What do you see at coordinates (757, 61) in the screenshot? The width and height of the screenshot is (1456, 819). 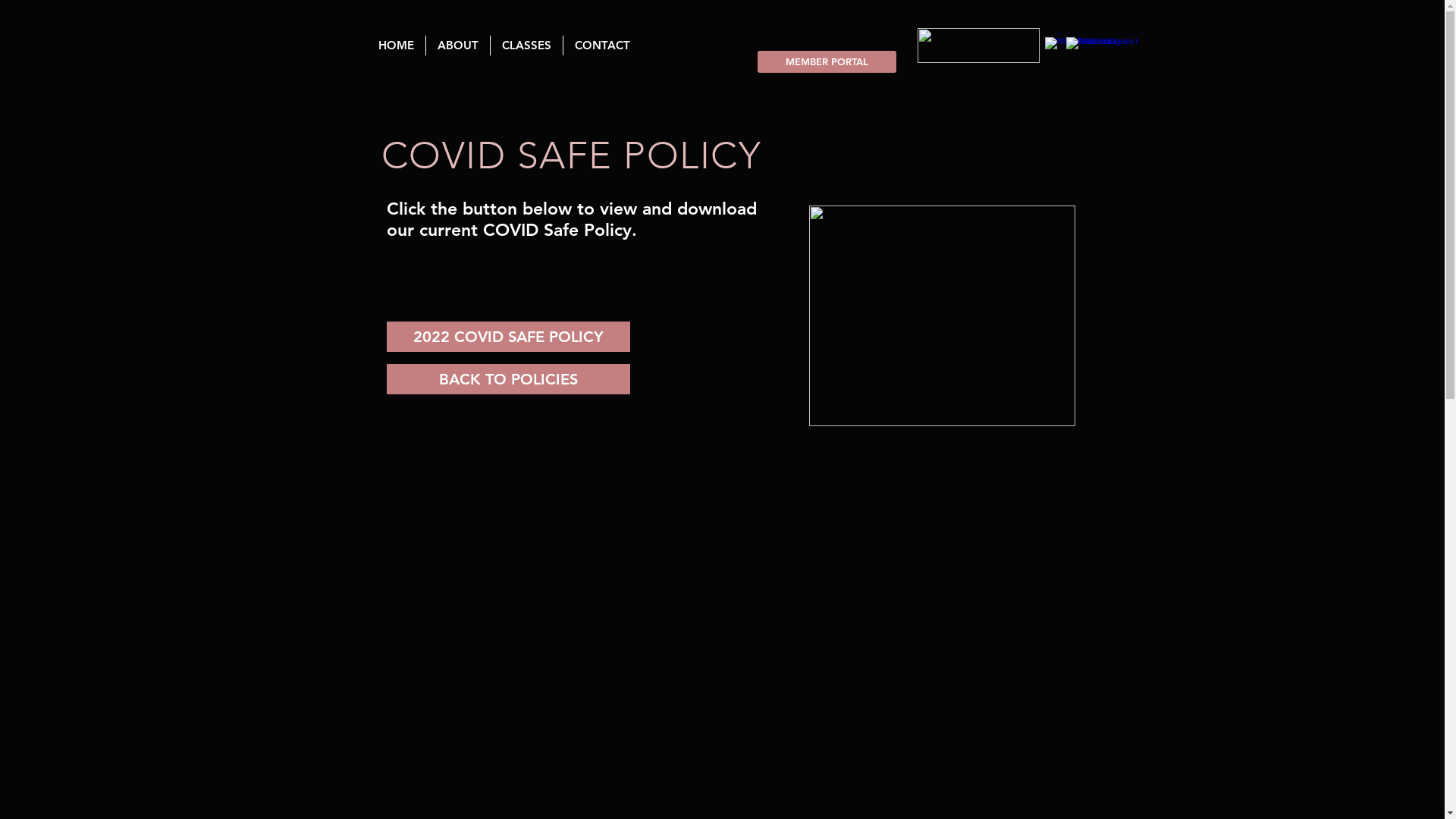 I see `'MEMBER PORTAL'` at bounding box center [757, 61].